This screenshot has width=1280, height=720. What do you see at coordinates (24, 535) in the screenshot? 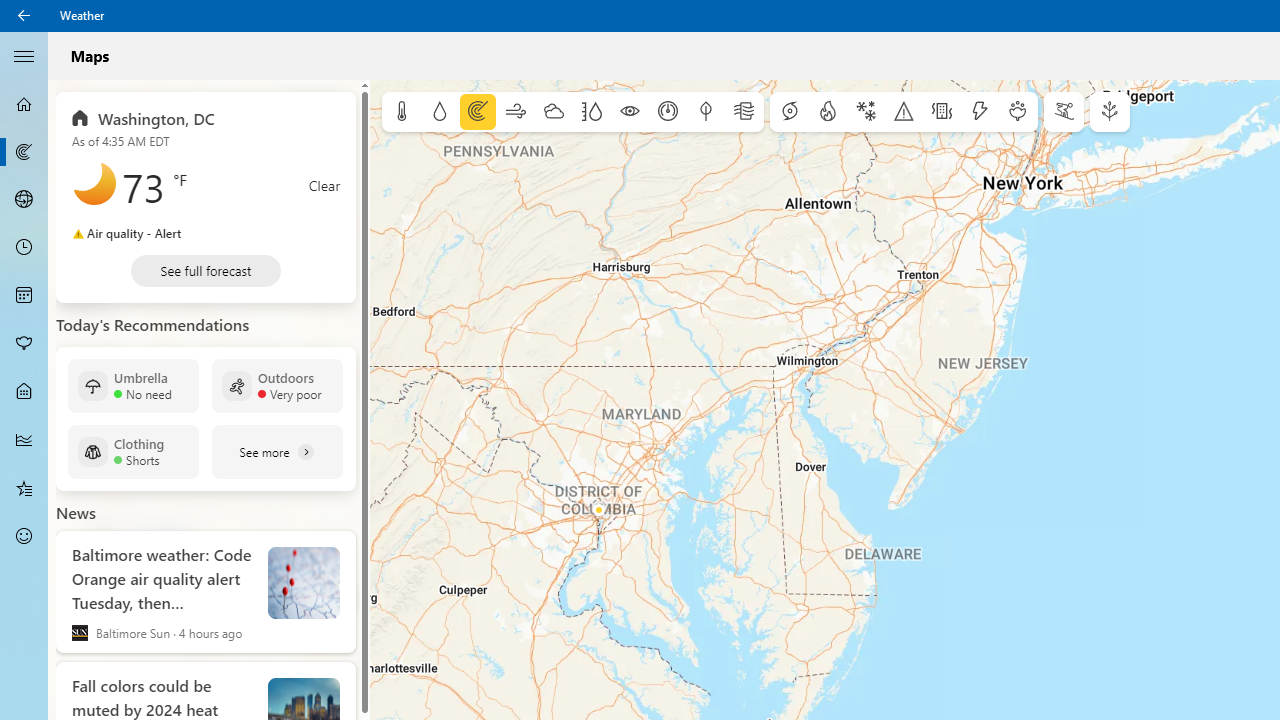
I see `'Send Feedback - Not Selected'` at bounding box center [24, 535].